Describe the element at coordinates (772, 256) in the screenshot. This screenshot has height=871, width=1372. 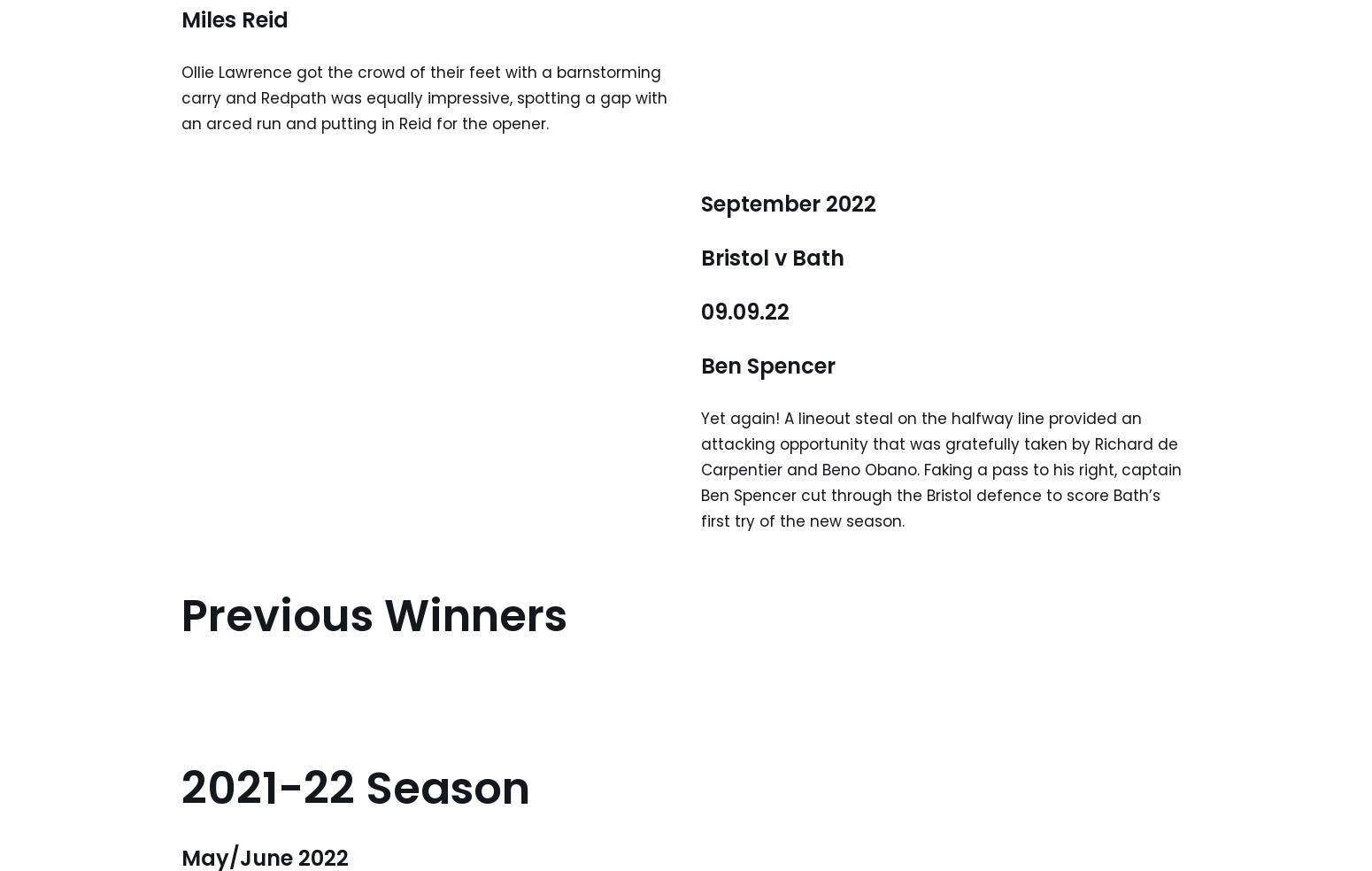
I see `'Bristol v Bath'` at that location.